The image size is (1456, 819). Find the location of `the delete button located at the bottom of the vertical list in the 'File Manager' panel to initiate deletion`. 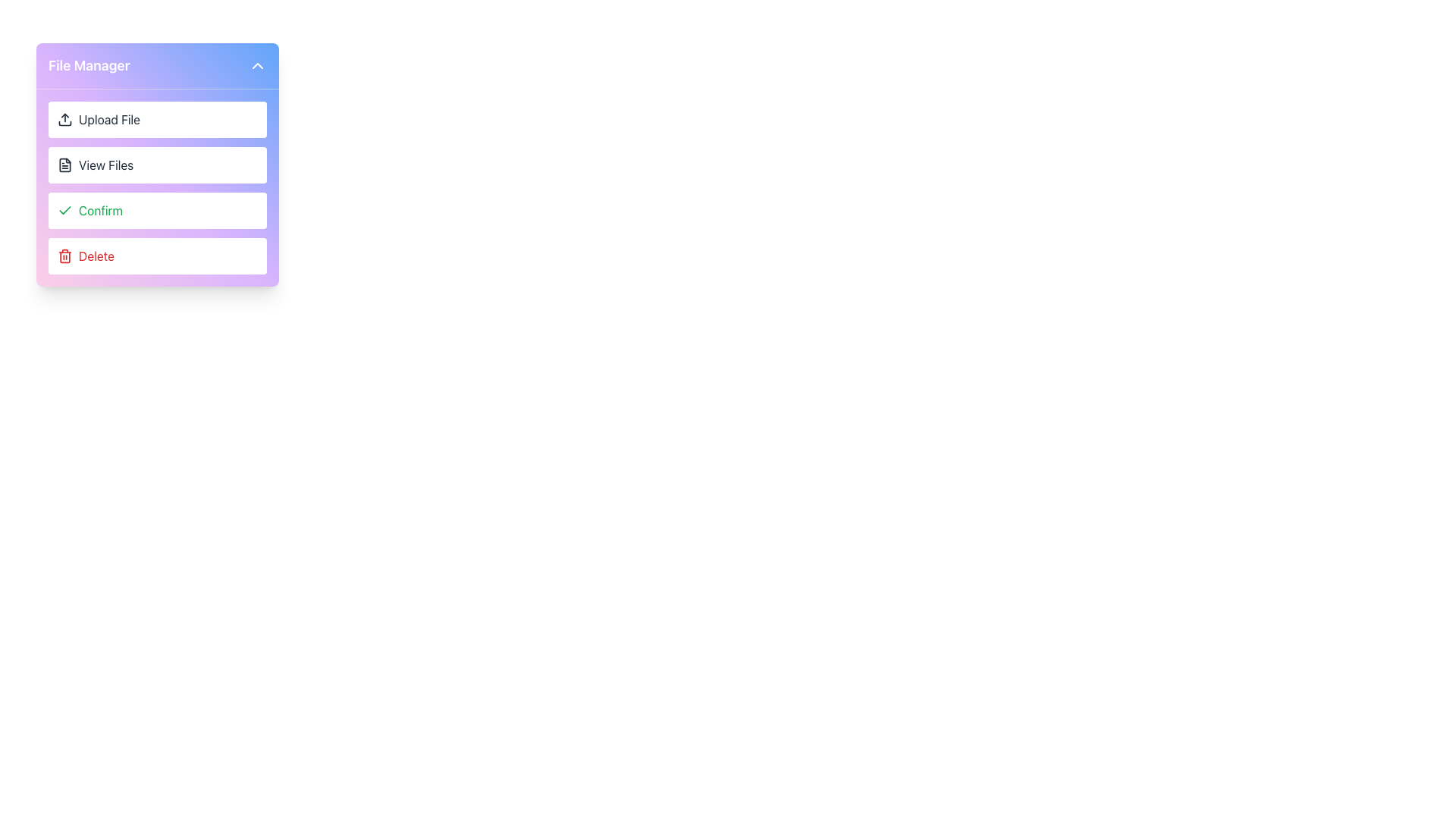

the delete button located at the bottom of the vertical list in the 'File Manager' panel to initiate deletion is located at coordinates (157, 256).